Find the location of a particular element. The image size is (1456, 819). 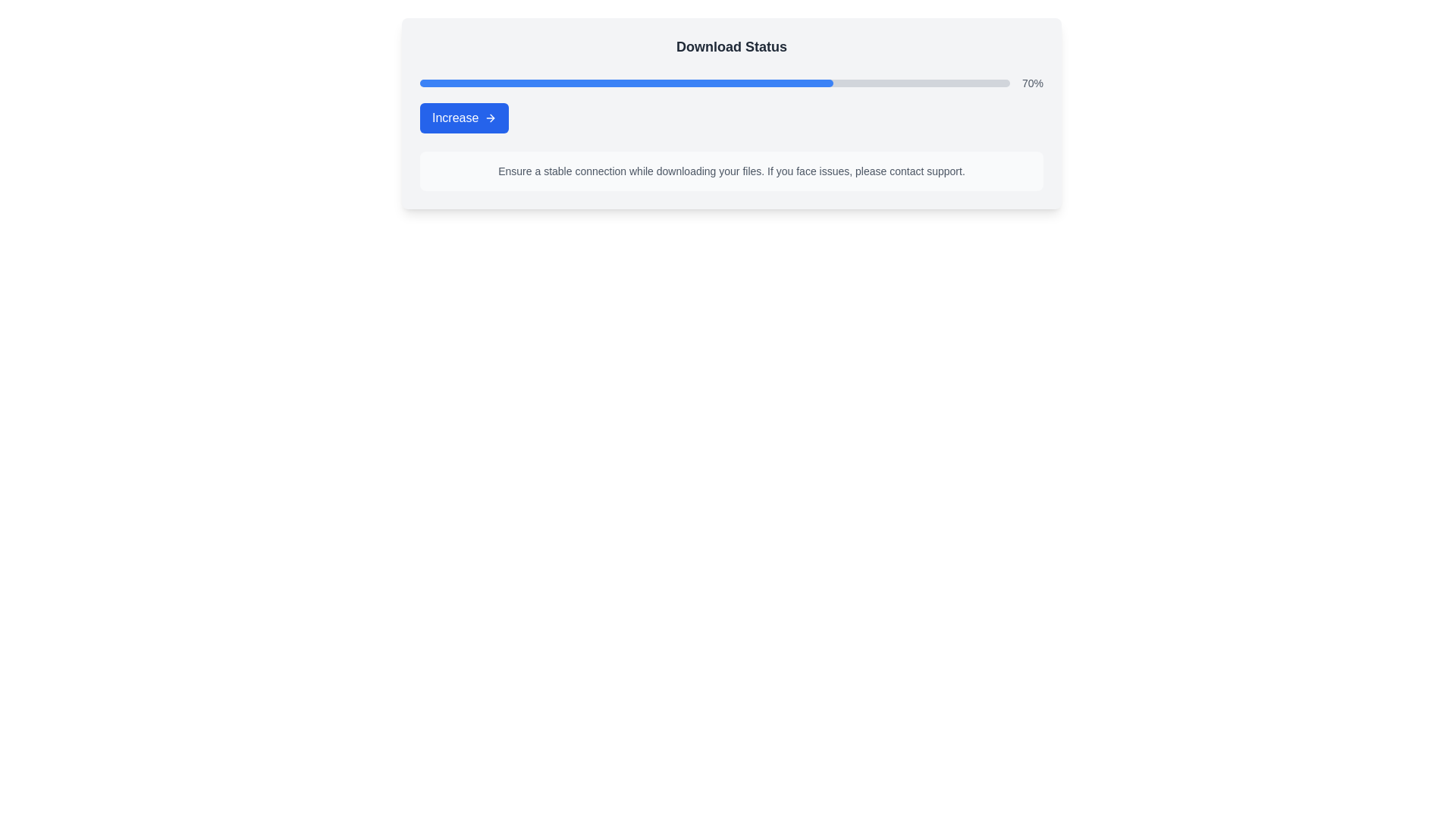

the static text block that contains the phrase 'Ensure a stable connection while downloading your files. If you face issues, please contact support.' is located at coordinates (731, 171).